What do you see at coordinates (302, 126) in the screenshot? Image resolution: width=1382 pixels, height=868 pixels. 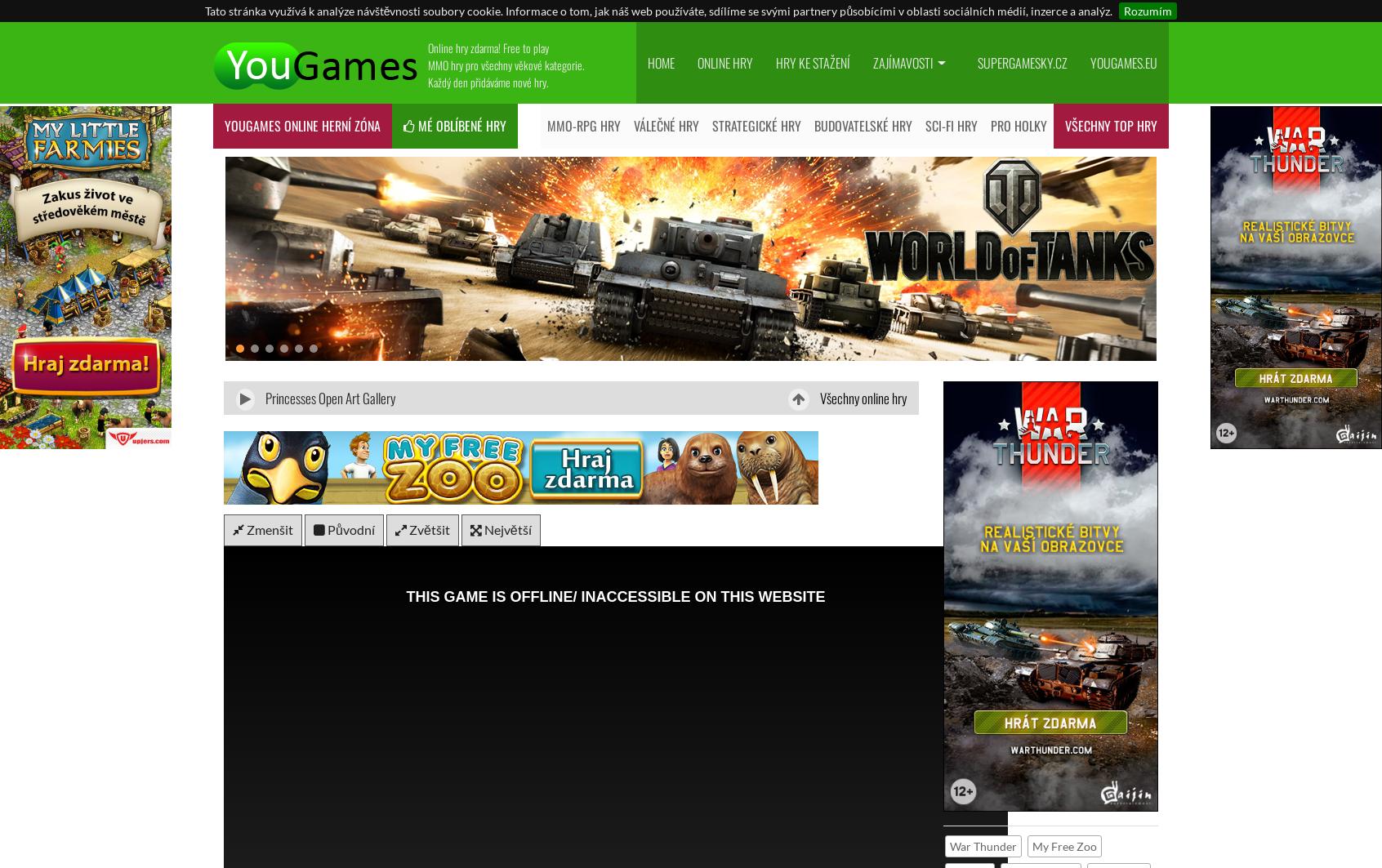 I see `'YouGames online HERNÍ ZÓNA'` at bounding box center [302, 126].